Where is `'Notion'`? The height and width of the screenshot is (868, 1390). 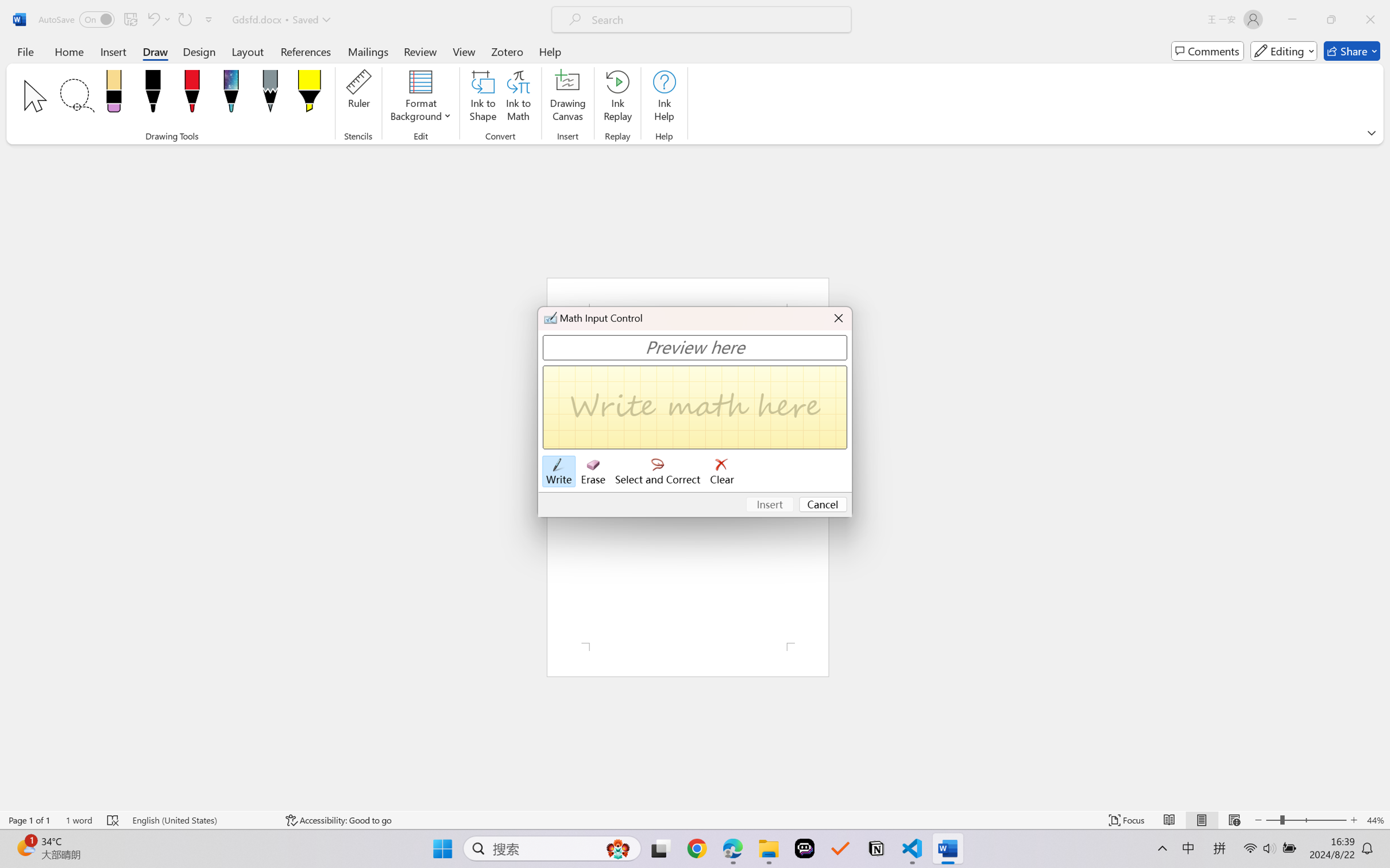
'Notion' is located at coordinates (876, 848).